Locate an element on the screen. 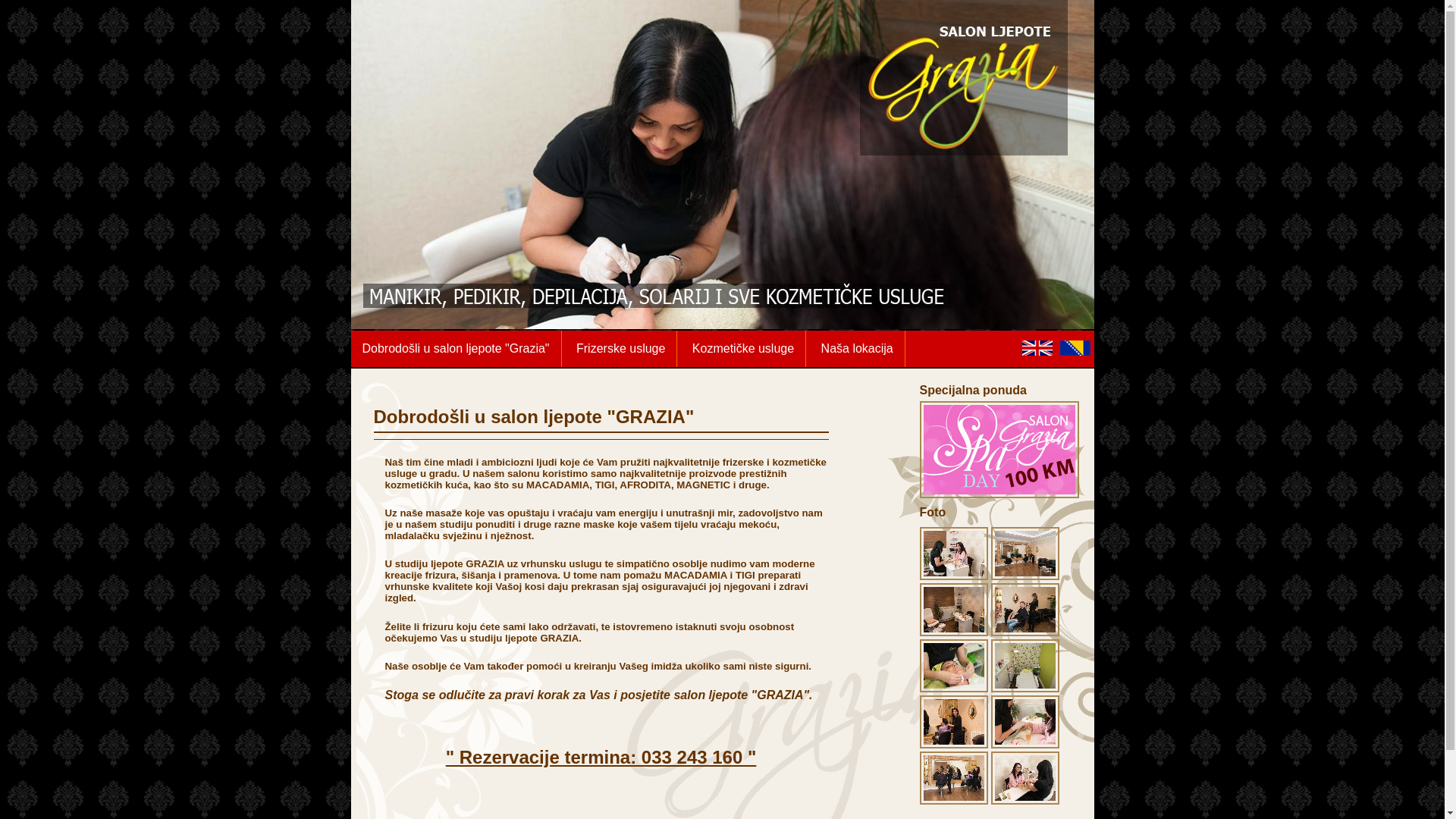 Image resolution: width=1456 pixels, height=819 pixels. 'Grazia home gallery - picture 1' is located at coordinates (952, 576).